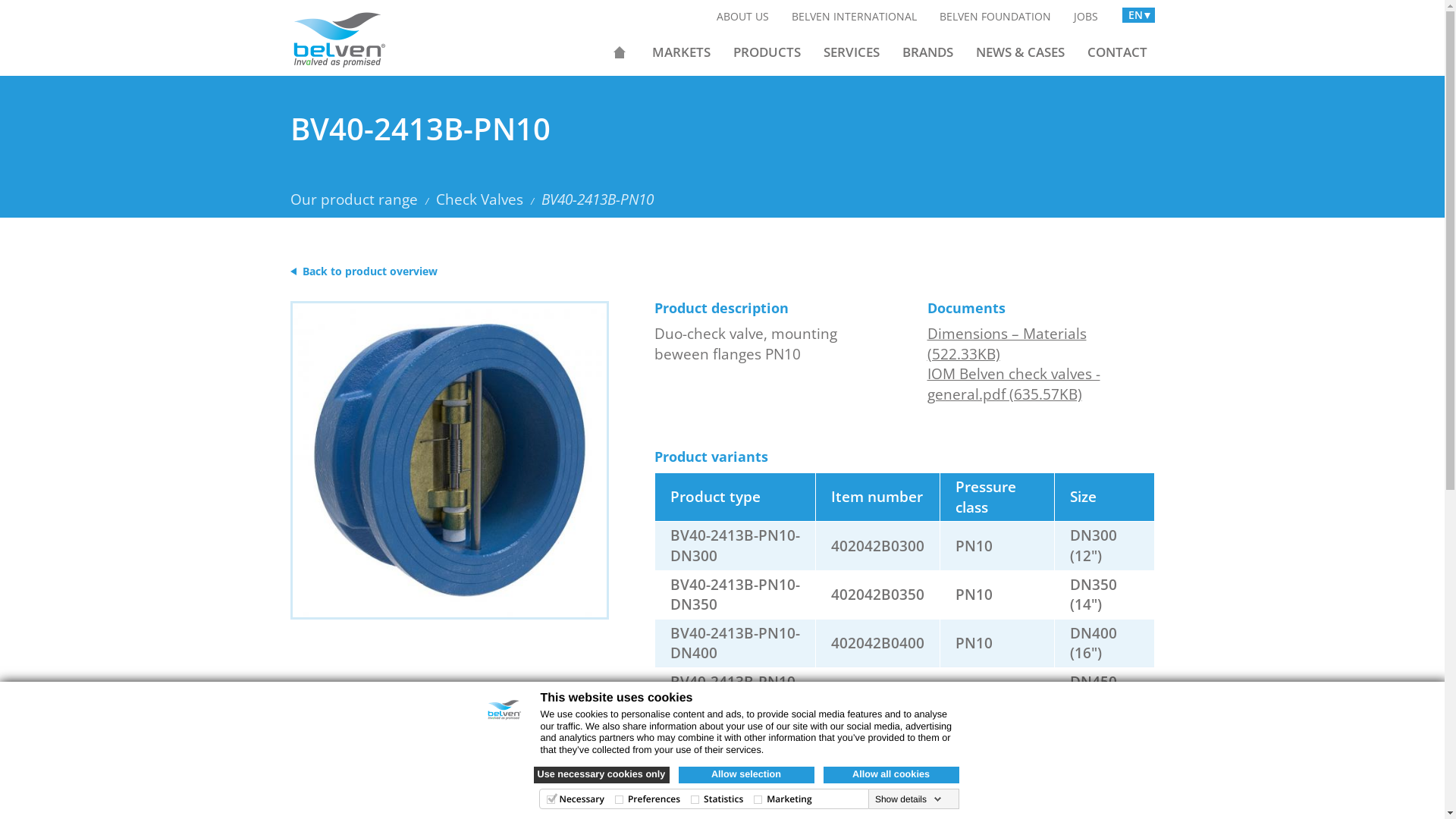  I want to click on 'BRANDS', so click(927, 51).